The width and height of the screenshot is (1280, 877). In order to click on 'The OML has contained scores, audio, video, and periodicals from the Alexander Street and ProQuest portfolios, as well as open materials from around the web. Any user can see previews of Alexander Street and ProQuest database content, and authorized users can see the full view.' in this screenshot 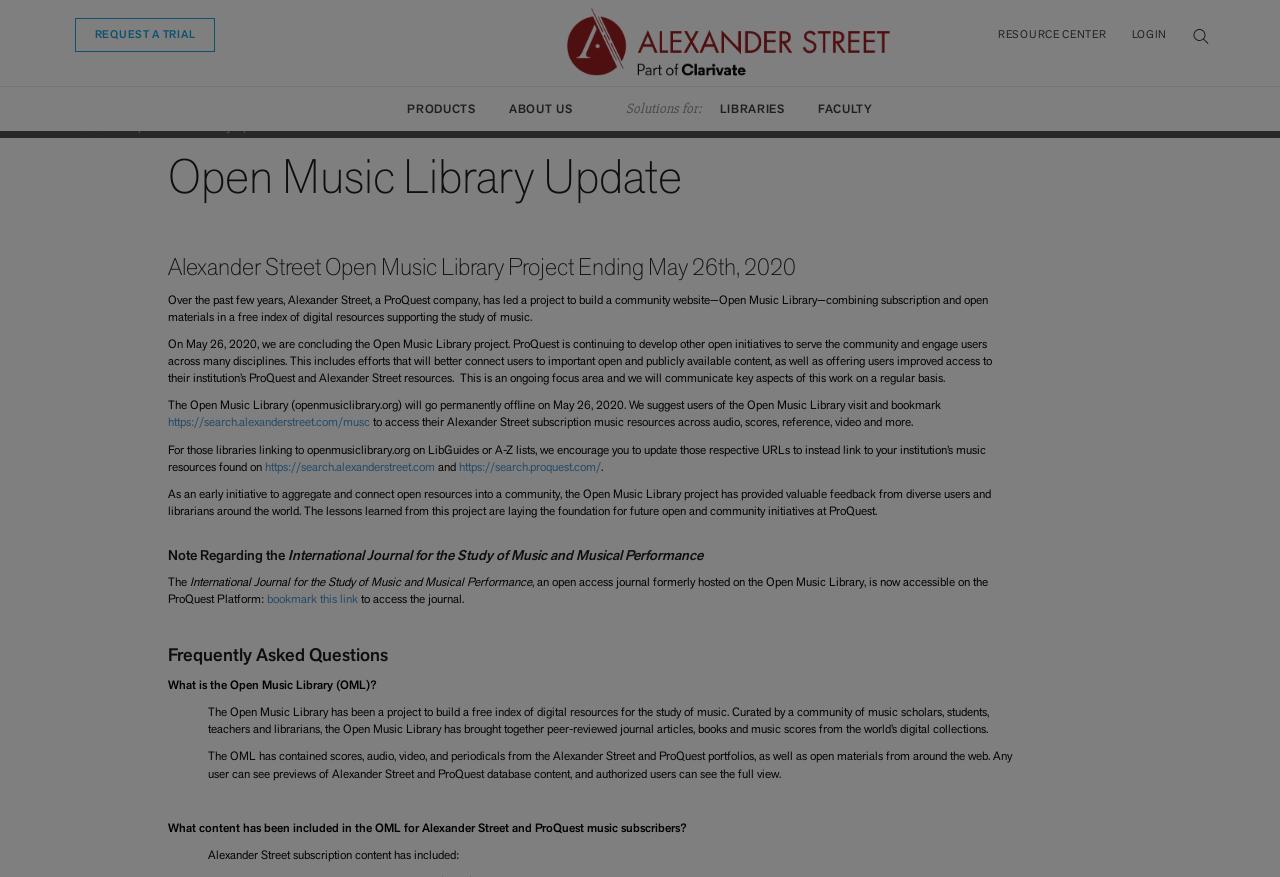, I will do `click(608, 764)`.